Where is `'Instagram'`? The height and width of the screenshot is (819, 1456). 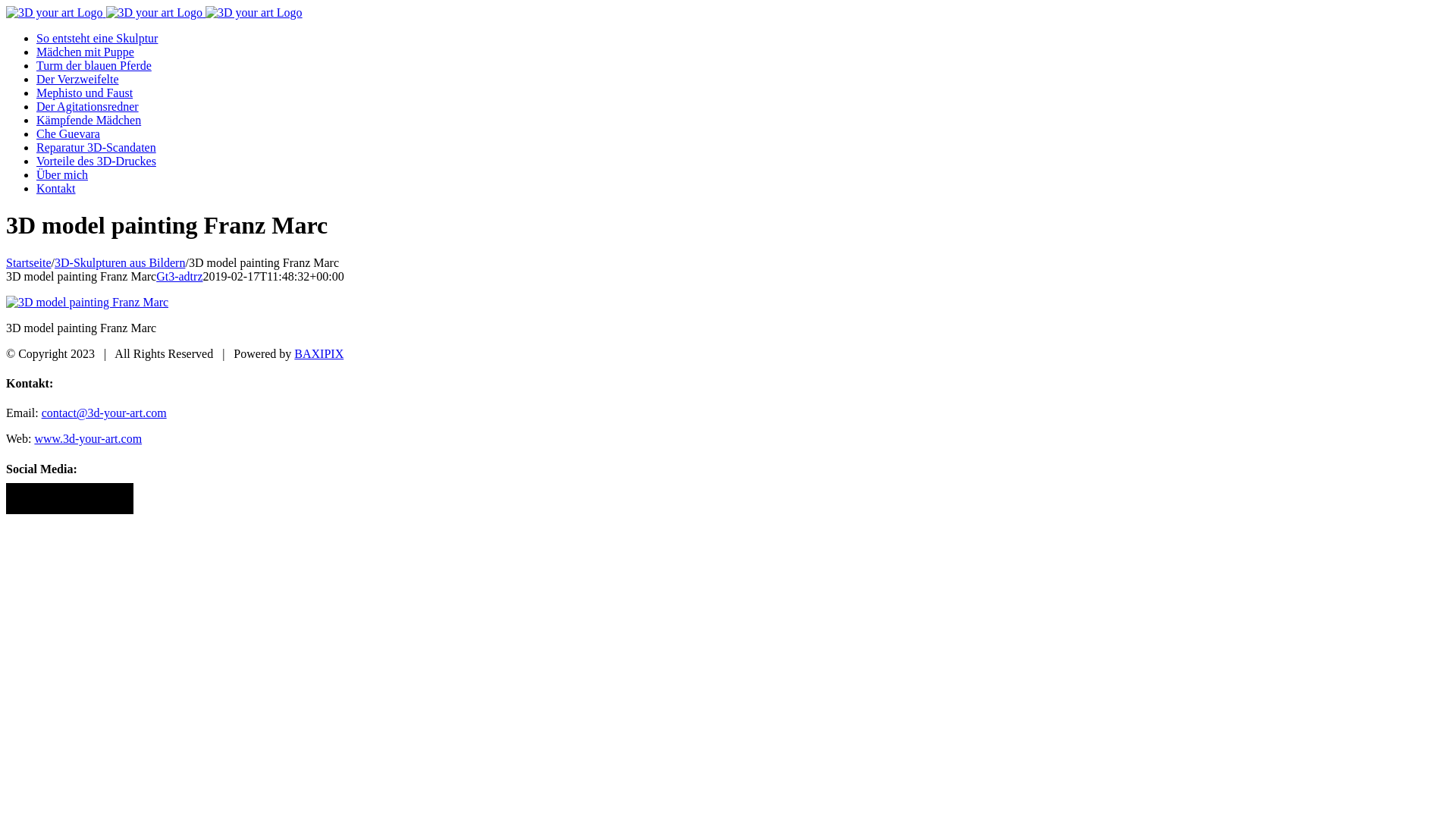 'Instagram' is located at coordinates (33, 498).